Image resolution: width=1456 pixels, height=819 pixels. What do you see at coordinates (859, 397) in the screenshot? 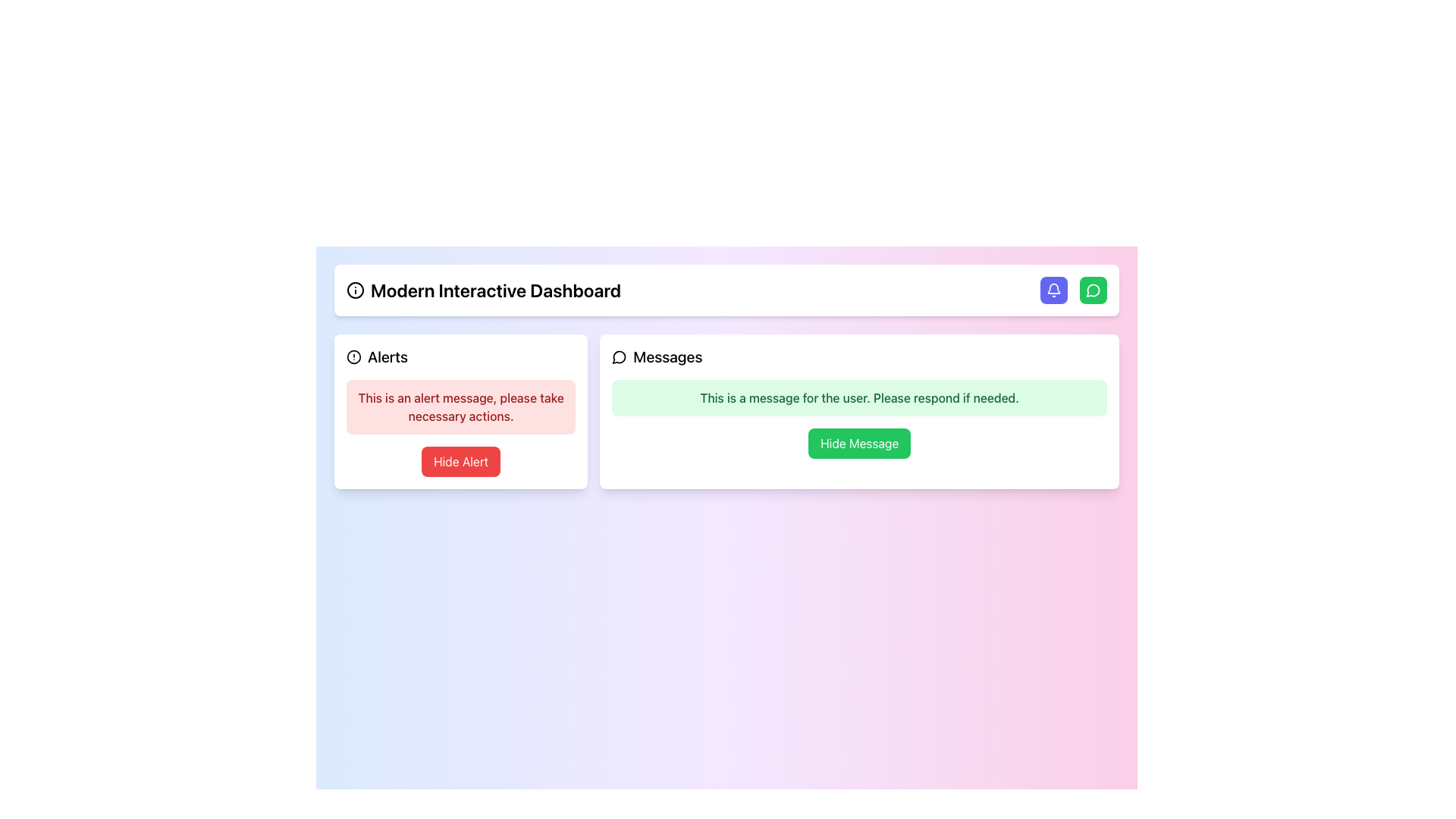
I see `the Informational Notification Banner that displays the message 'This is a message for the user. Please respond if needed.' which is located within the 'Messages' card component, below the heading 'Messages' and above the 'Hide Message' button` at bounding box center [859, 397].